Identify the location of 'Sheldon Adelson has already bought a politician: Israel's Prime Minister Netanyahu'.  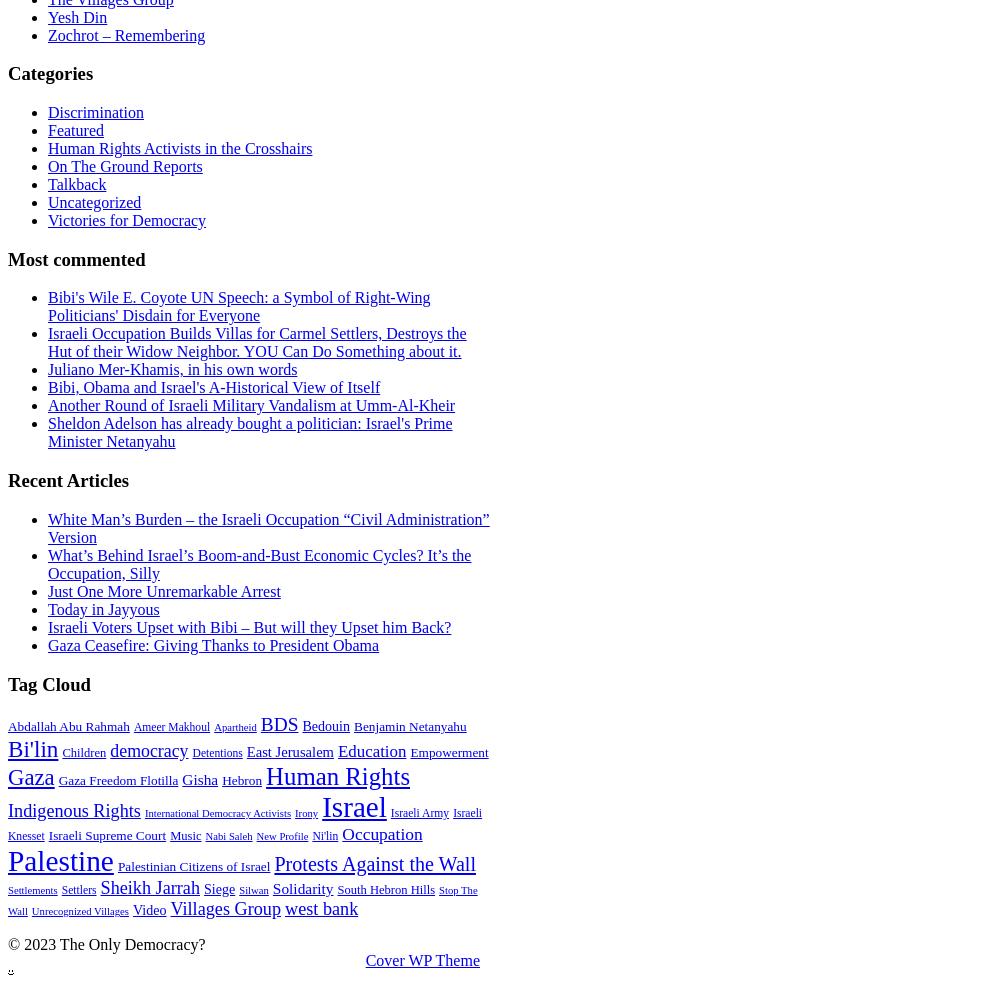
(250, 431).